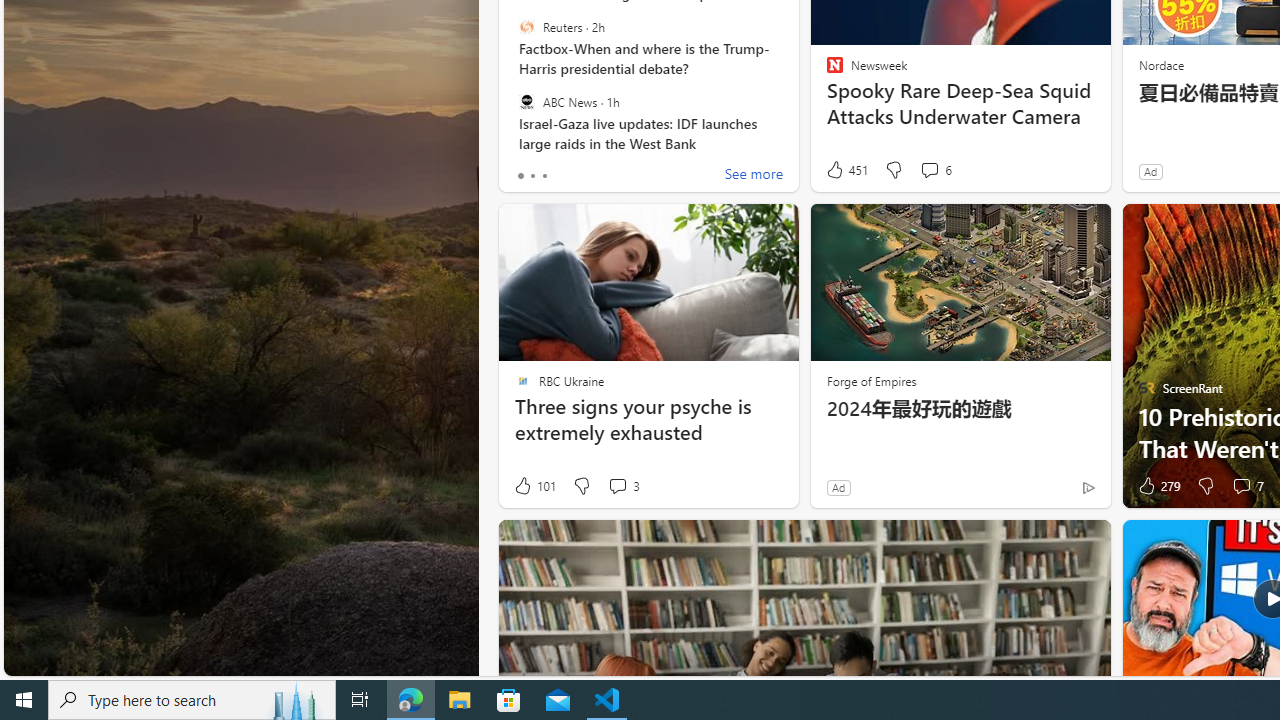 This screenshot has height=720, width=1280. Describe the element at coordinates (544, 175) in the screenshot. I see `'tab-2'` at that location.